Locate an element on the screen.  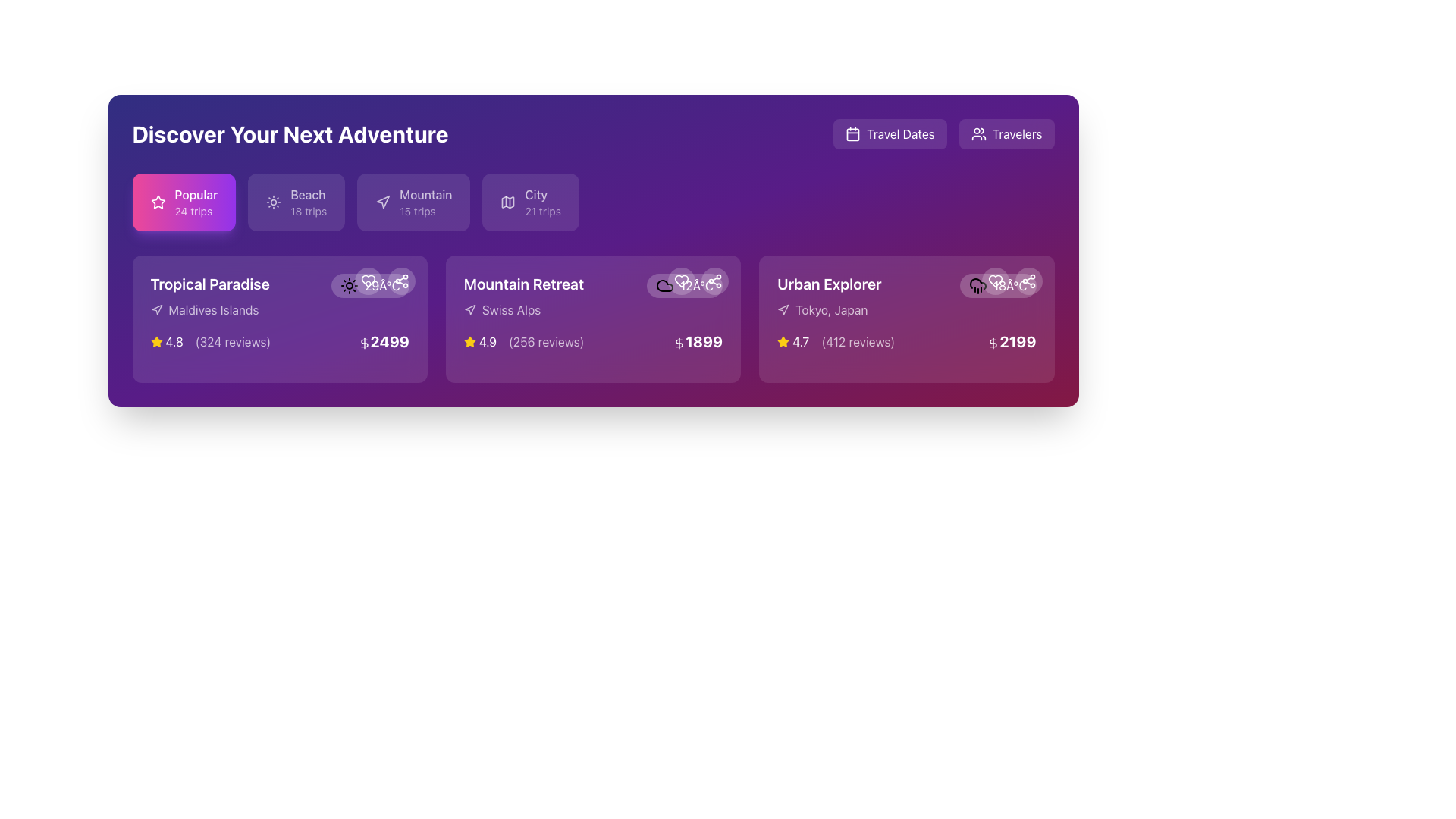
the 'Popular' category filter button, which is the first button in a horizontal series of four buttons near the top of the section is located at coordinates (183, 201).